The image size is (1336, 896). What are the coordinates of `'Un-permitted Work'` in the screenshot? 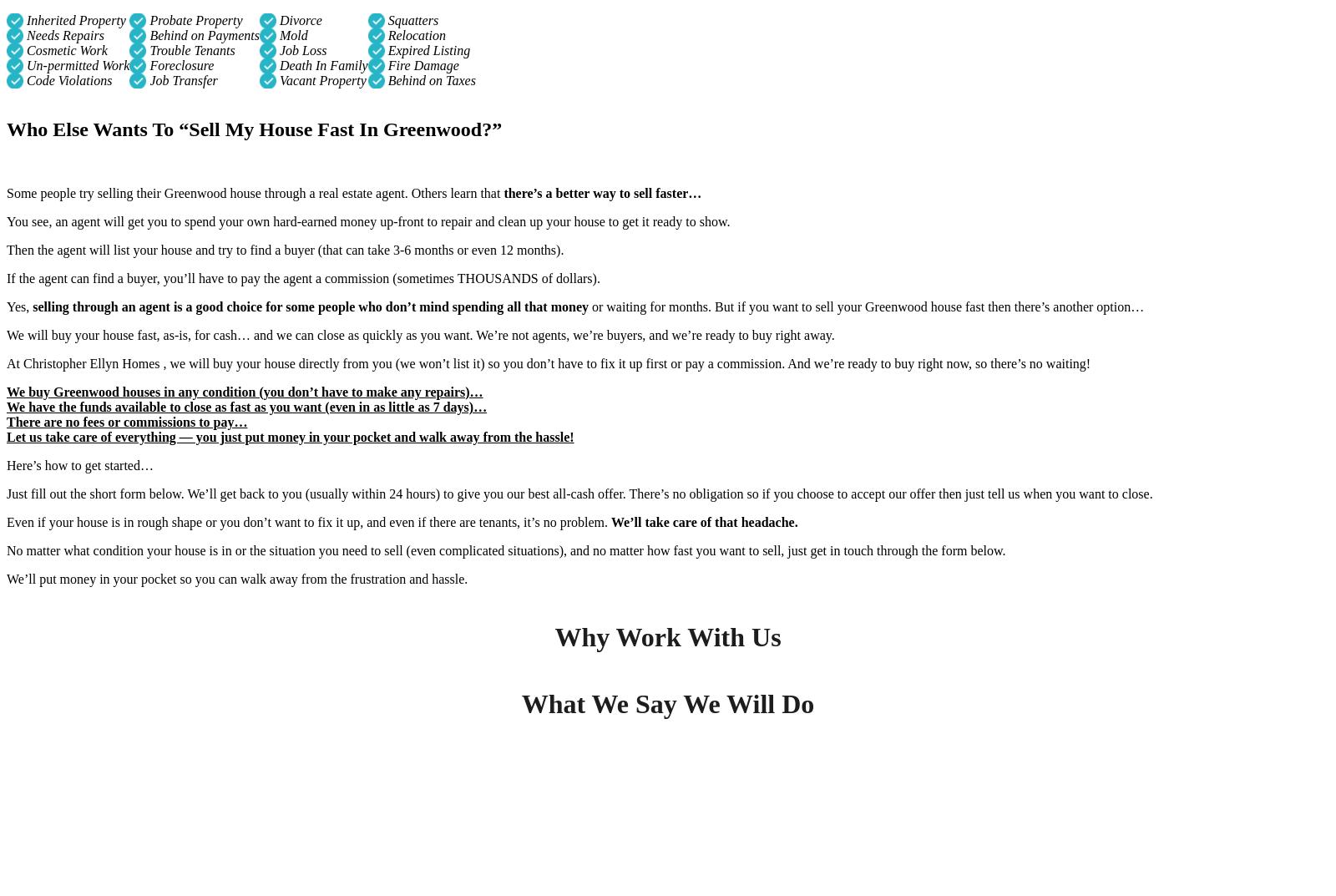 It's located at (77, 65).